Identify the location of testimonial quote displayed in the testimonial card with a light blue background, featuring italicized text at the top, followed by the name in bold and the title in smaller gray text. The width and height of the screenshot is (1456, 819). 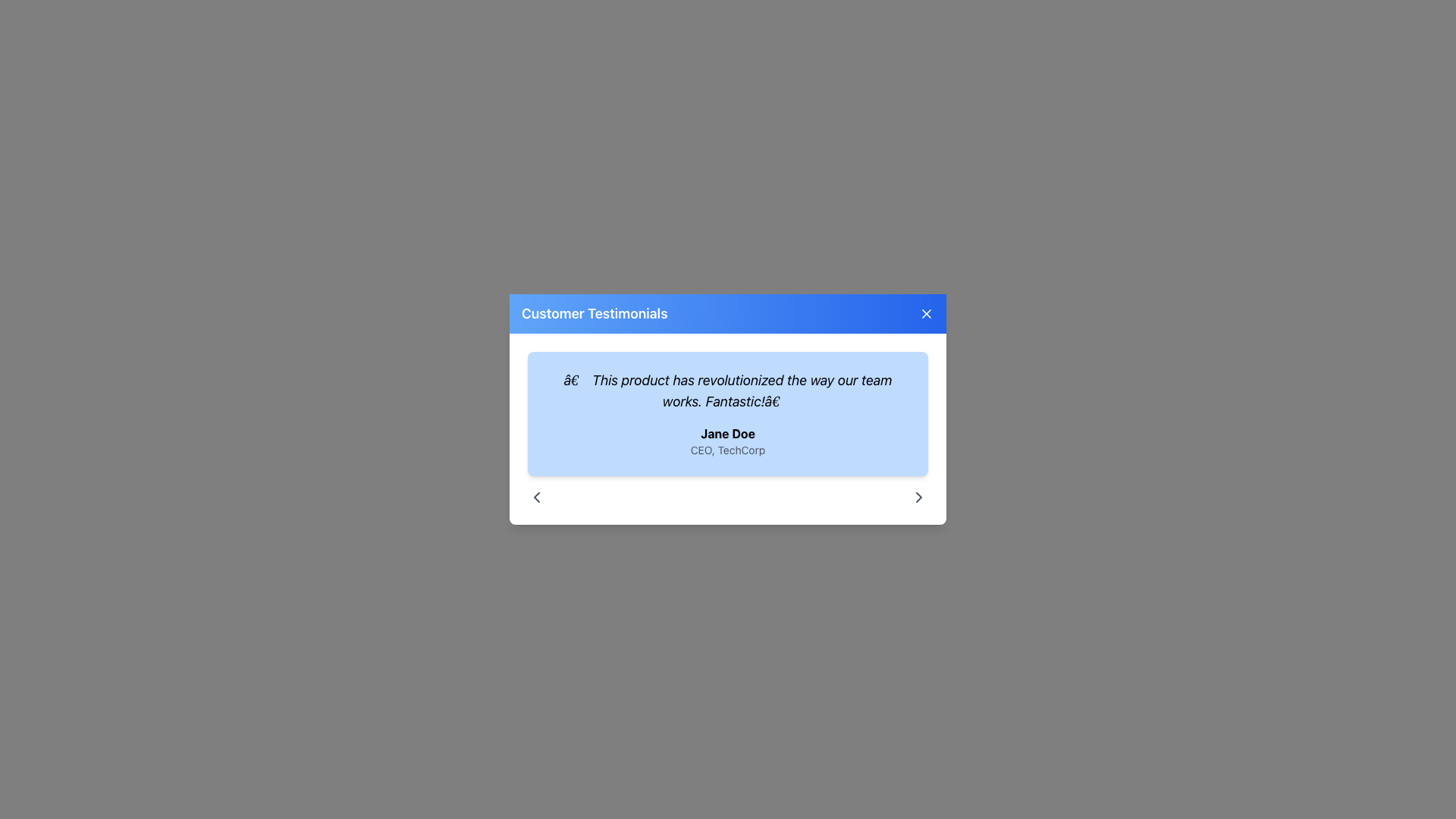
(728, 414).